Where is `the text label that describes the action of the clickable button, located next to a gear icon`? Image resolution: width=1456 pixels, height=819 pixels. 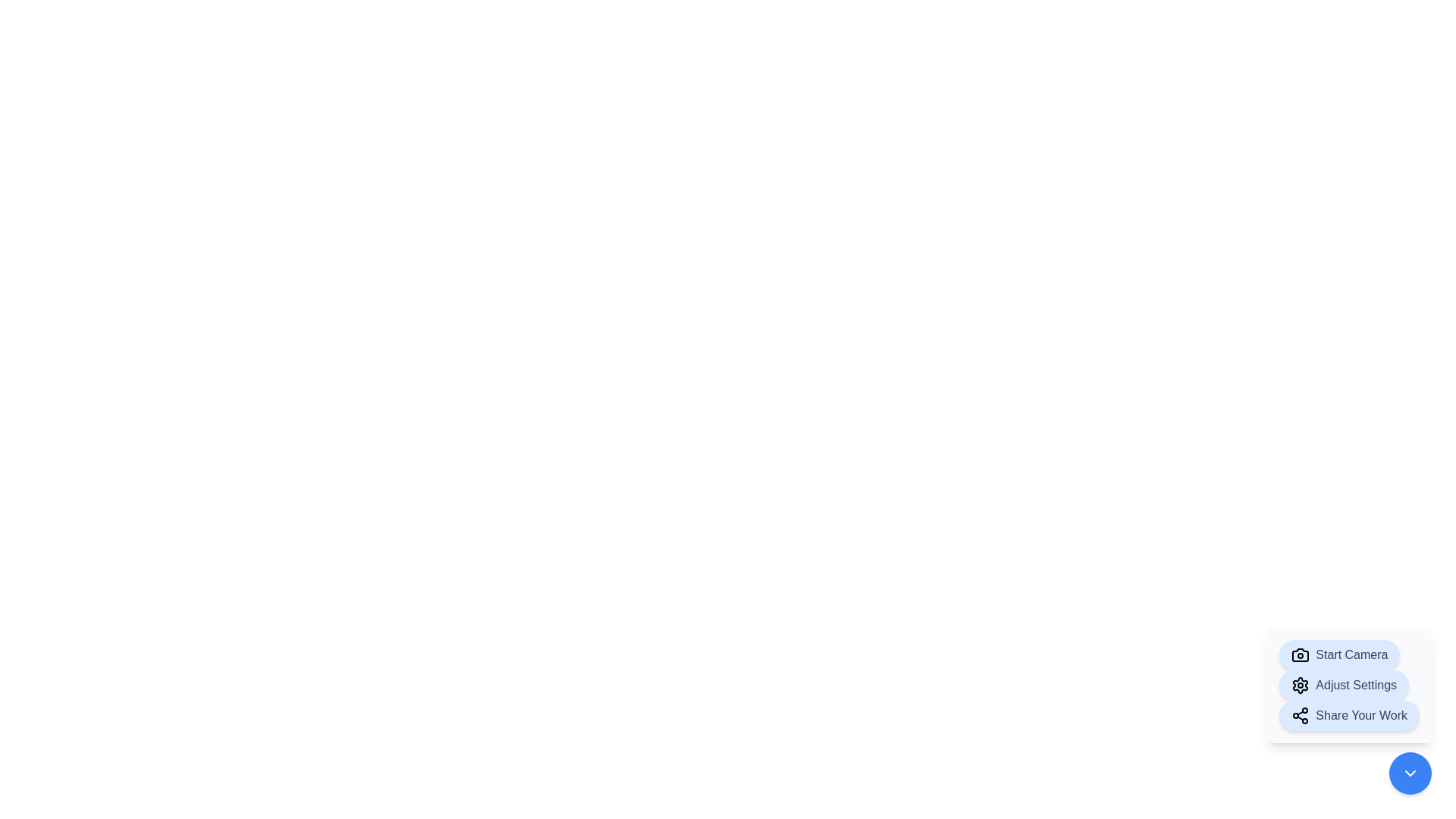
the text label that describes the action of the clickable button, located next to a gear icon is located at coordinates (1356, 685).